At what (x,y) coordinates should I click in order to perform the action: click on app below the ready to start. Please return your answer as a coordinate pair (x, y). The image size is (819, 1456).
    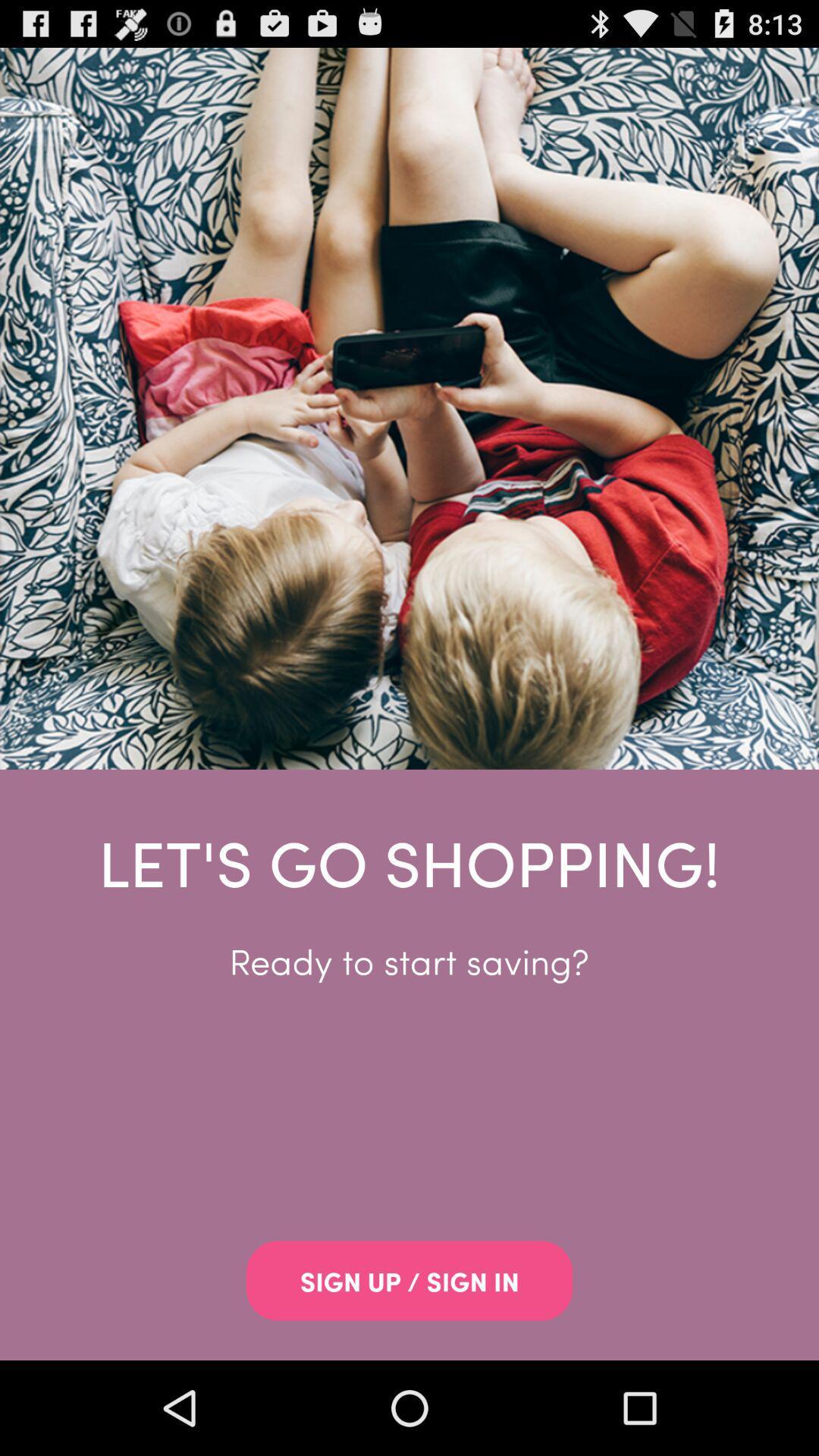
    Looking at the image, I should click on (409, 1280).